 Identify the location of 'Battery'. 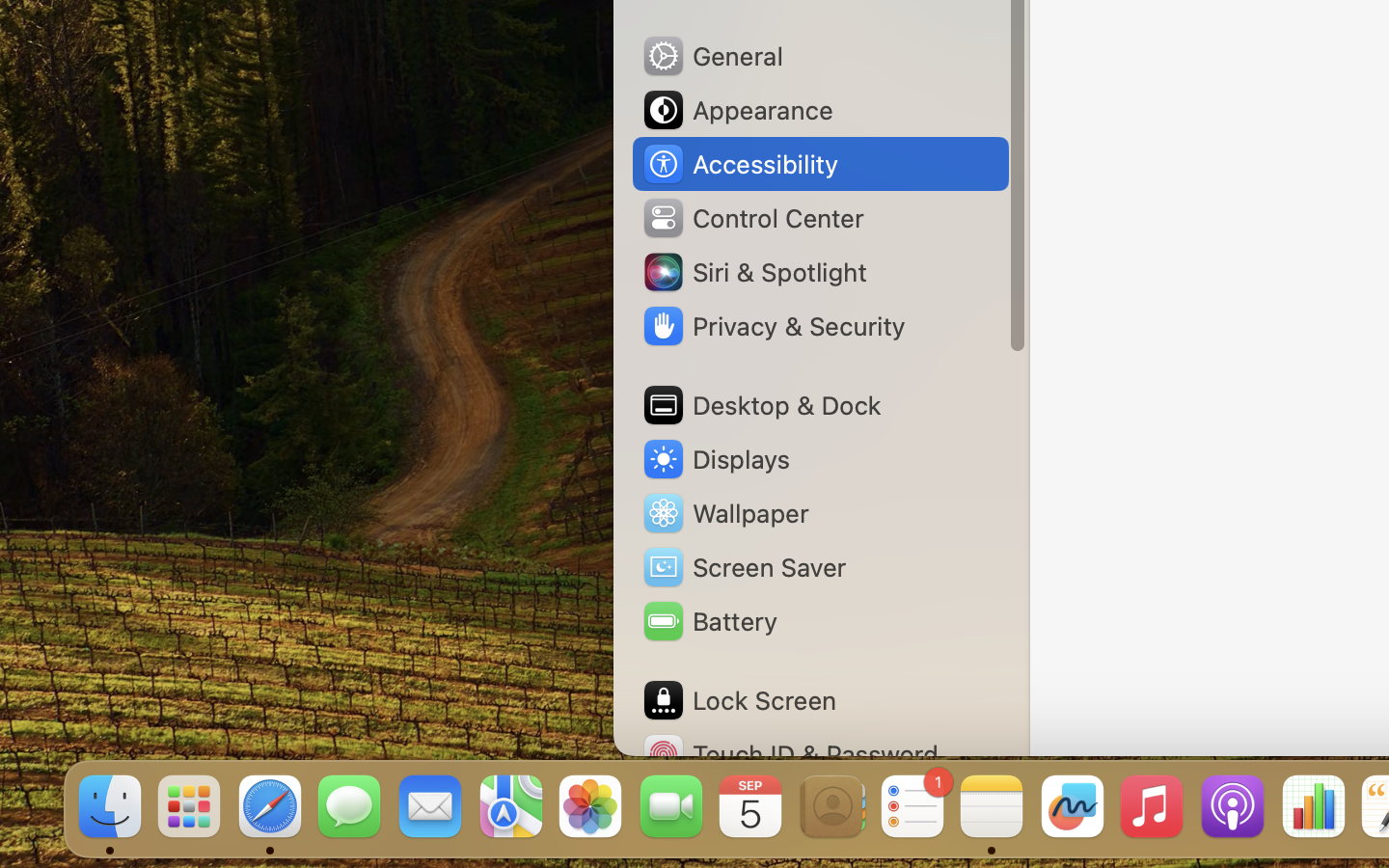
(707, 621).